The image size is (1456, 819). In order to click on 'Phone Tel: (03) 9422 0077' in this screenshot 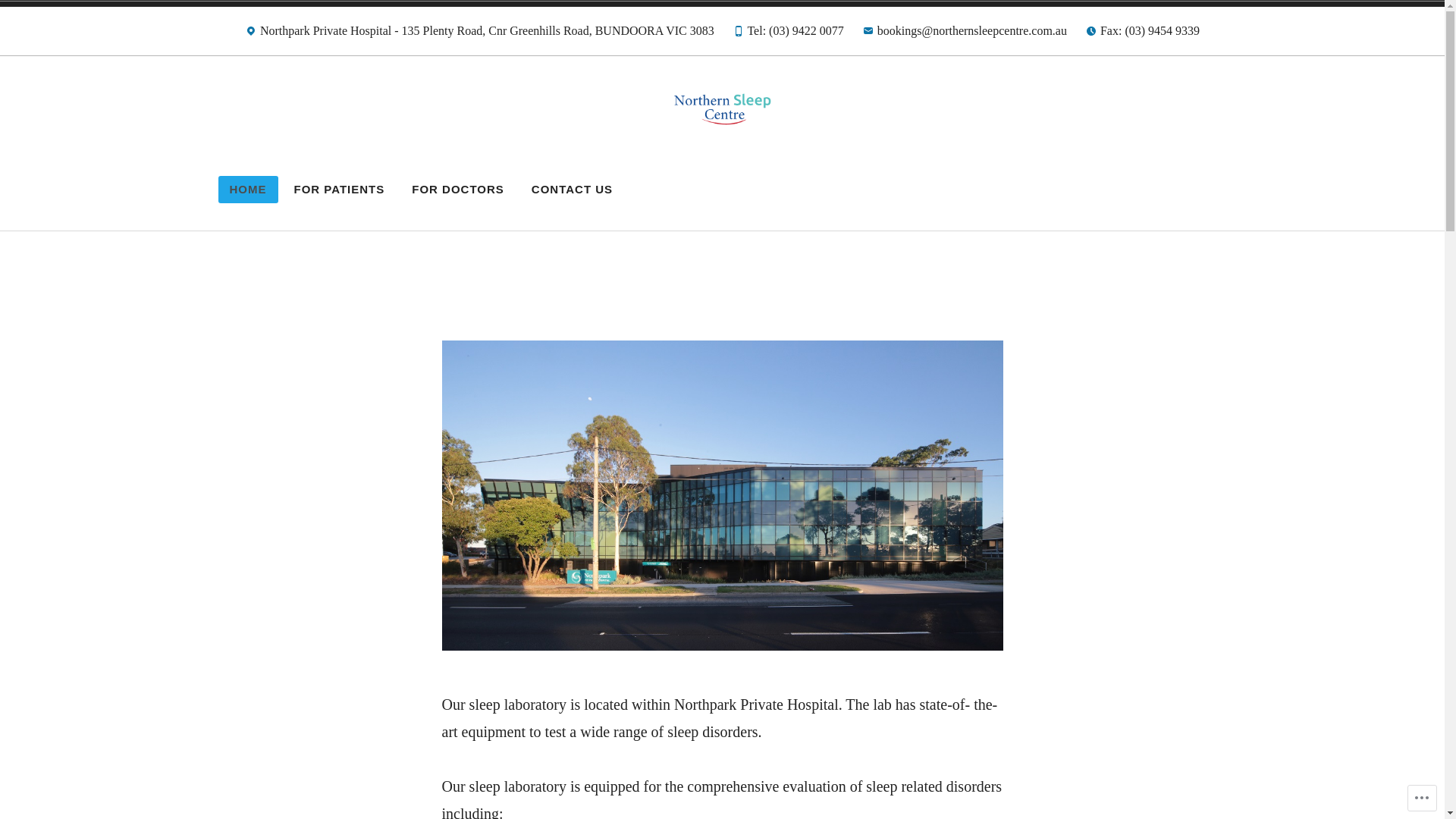, I will do `click(788, 34)`.